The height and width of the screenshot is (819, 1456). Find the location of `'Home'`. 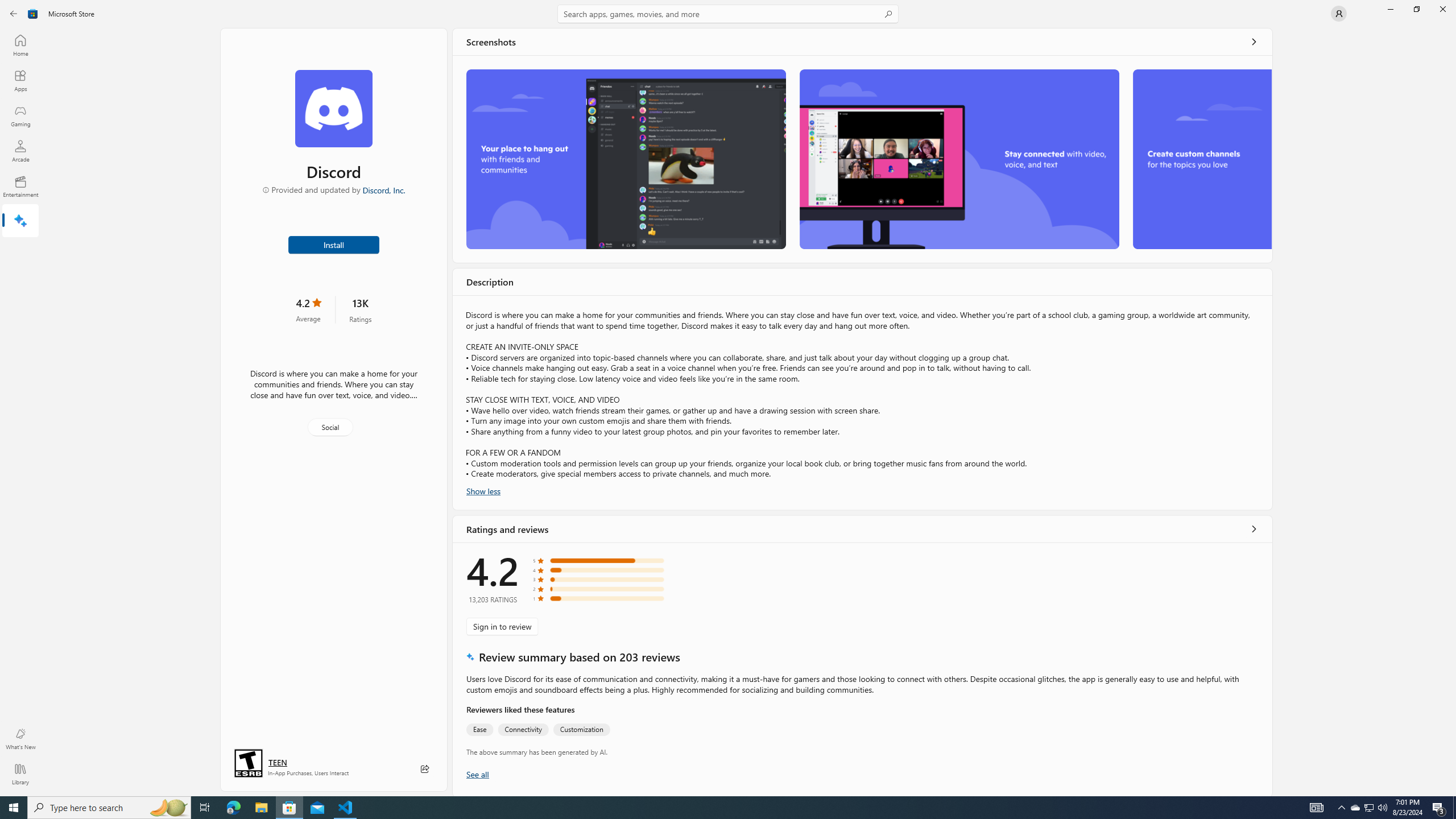

'Home' is located at coordinates (19, 44).